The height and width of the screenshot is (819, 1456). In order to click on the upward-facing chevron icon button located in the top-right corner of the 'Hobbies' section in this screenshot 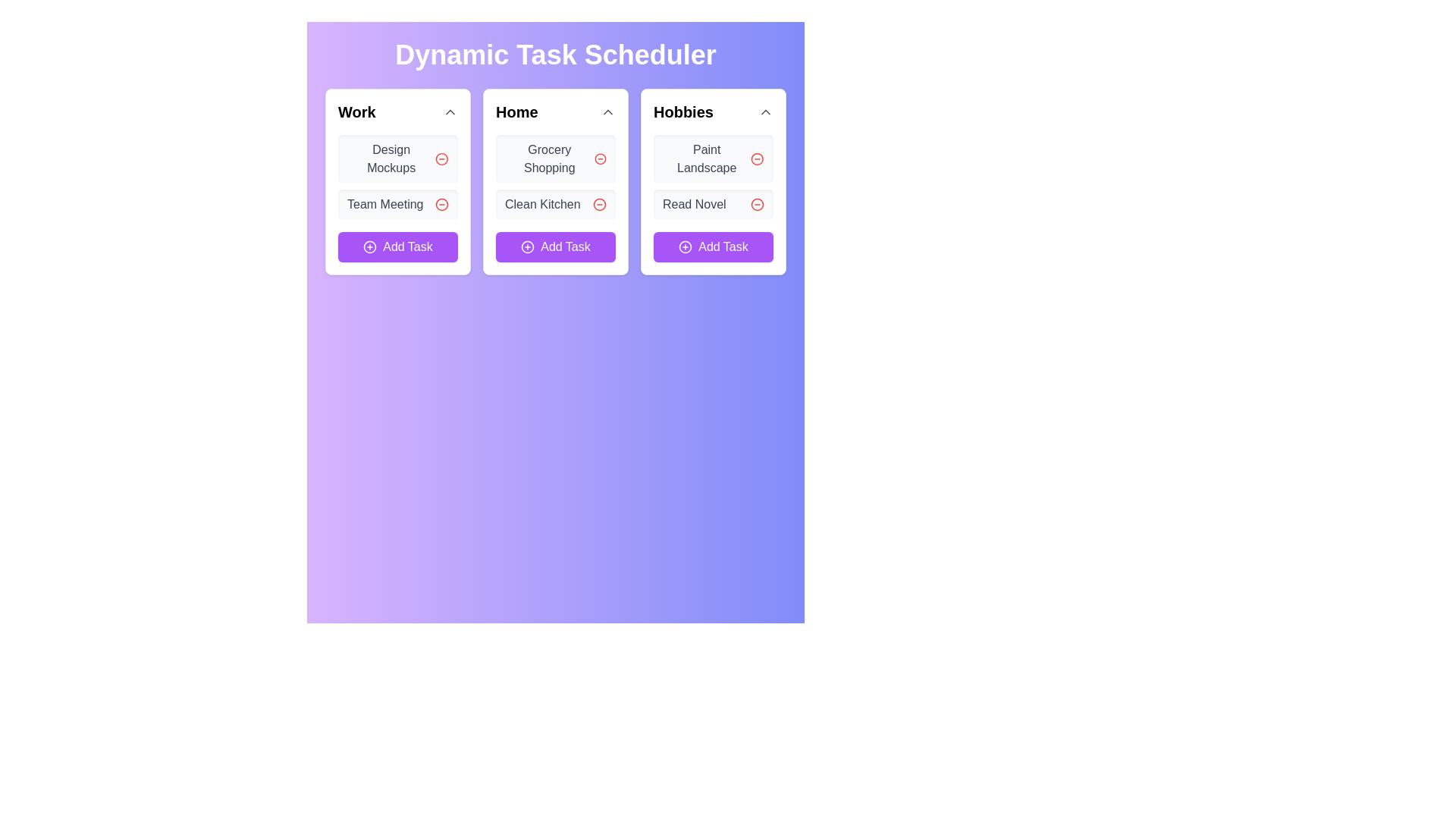, I will do `click(765, 111)`.